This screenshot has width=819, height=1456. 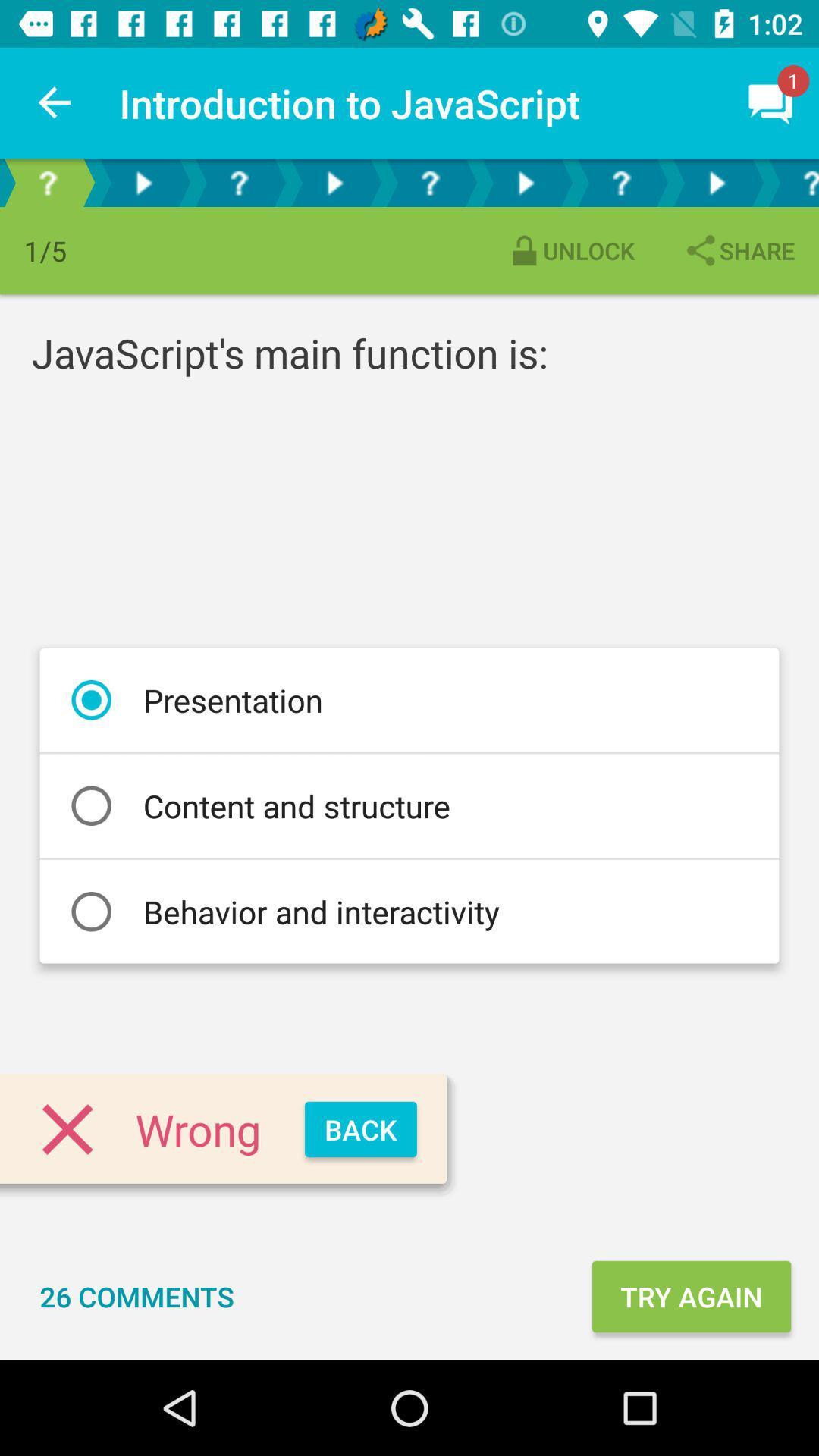 What do you see at coordinates (525, 182) in the screenshot?
I see `next selection` at bounding box center [525, 182].